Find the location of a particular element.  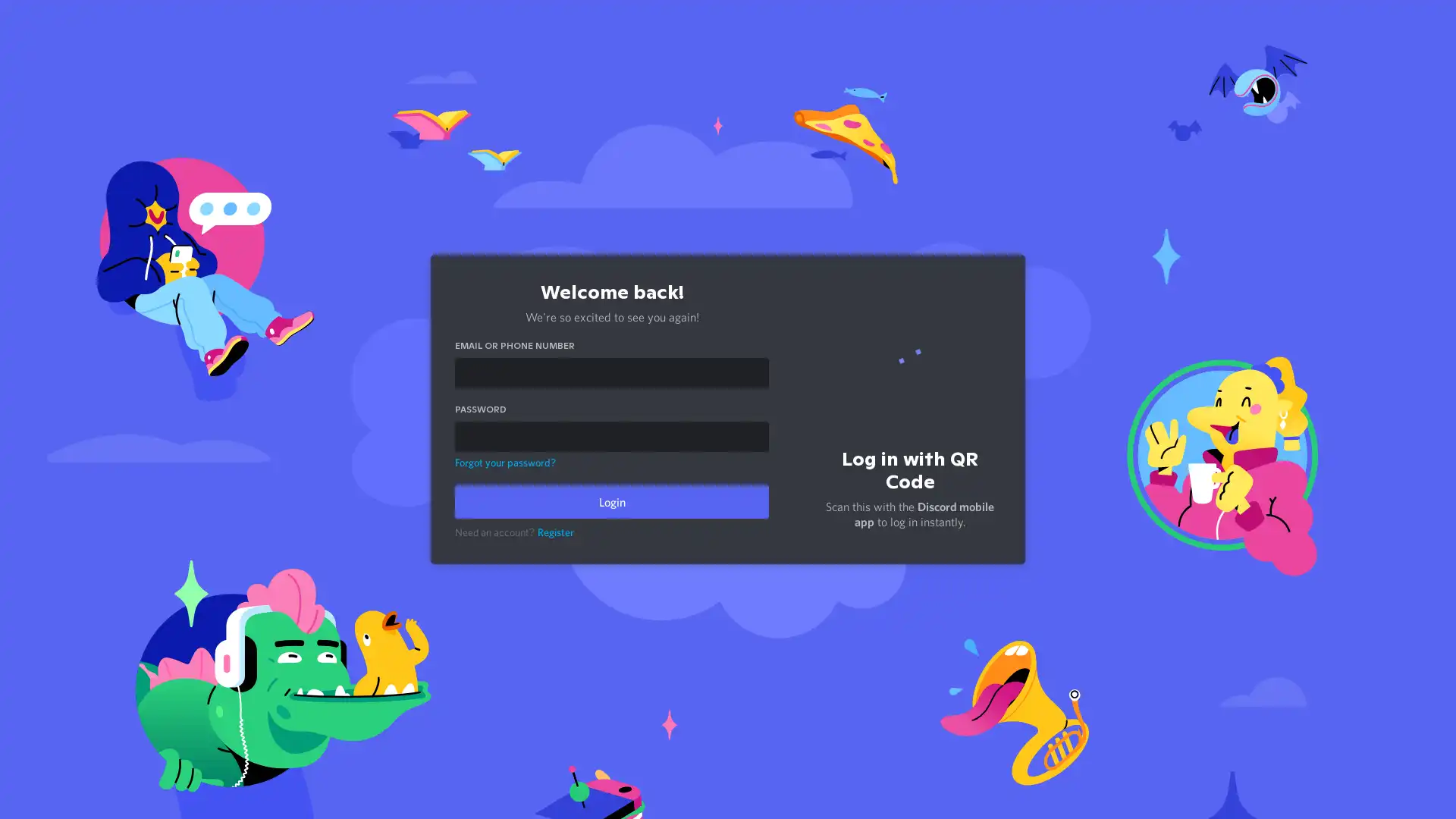

Forgot your password? is located at coordinates (505, 461).